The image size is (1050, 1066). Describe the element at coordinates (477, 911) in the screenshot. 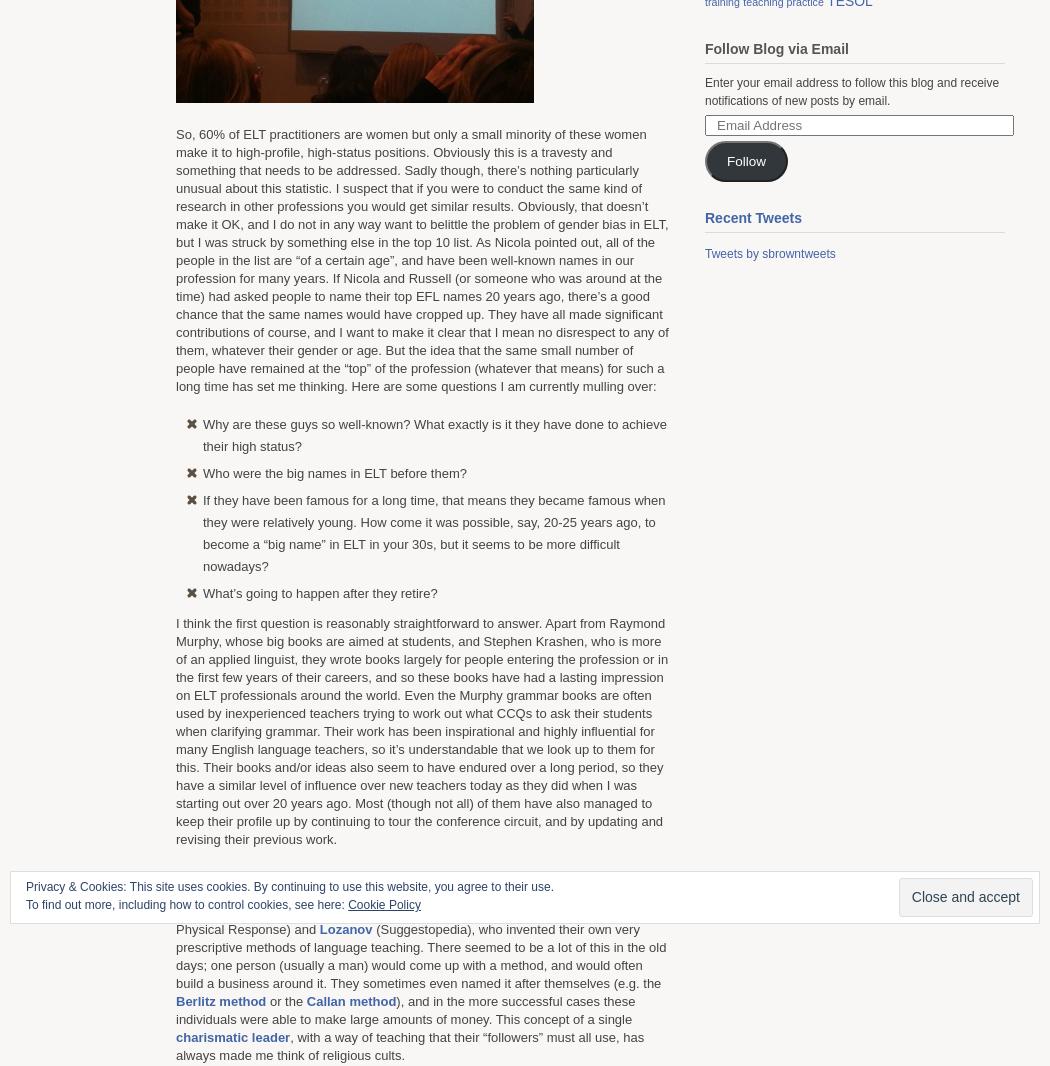

I see `'Gattegno'` at that location.